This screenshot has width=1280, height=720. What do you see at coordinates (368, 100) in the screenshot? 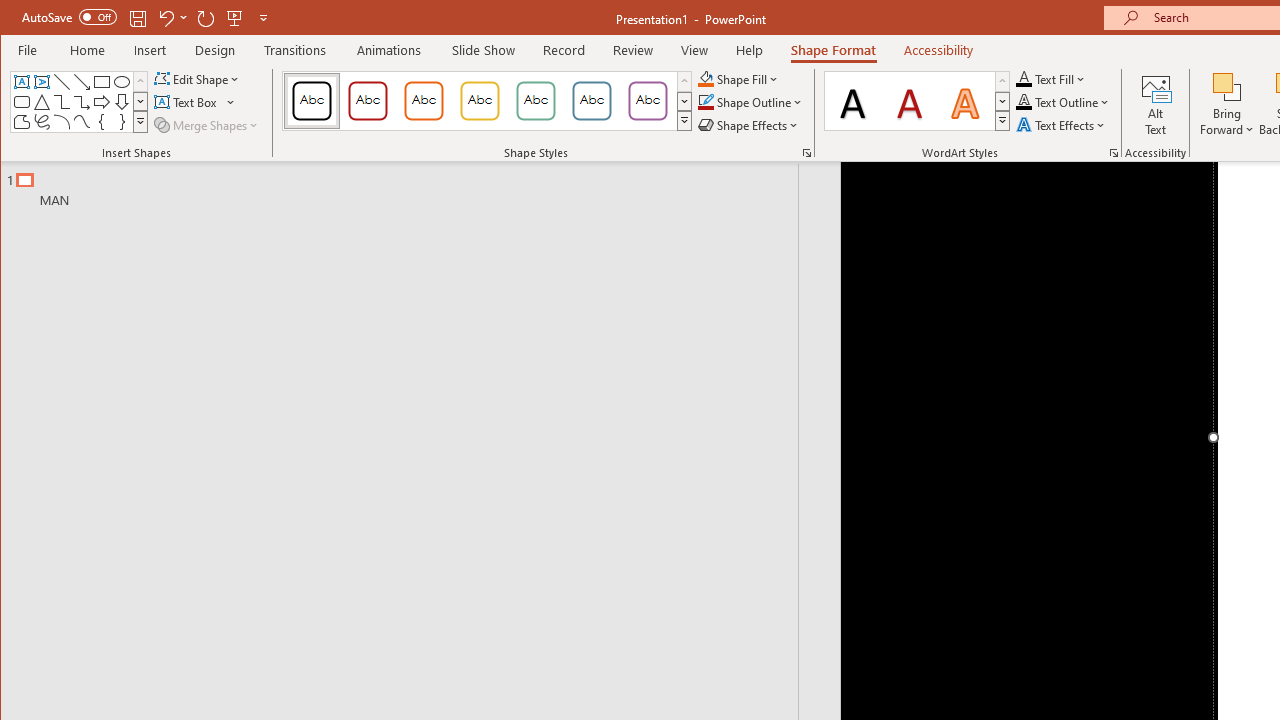
I see `'Colored Outline - Dark Red, Accent 1'` at bounding box center [368, 100].